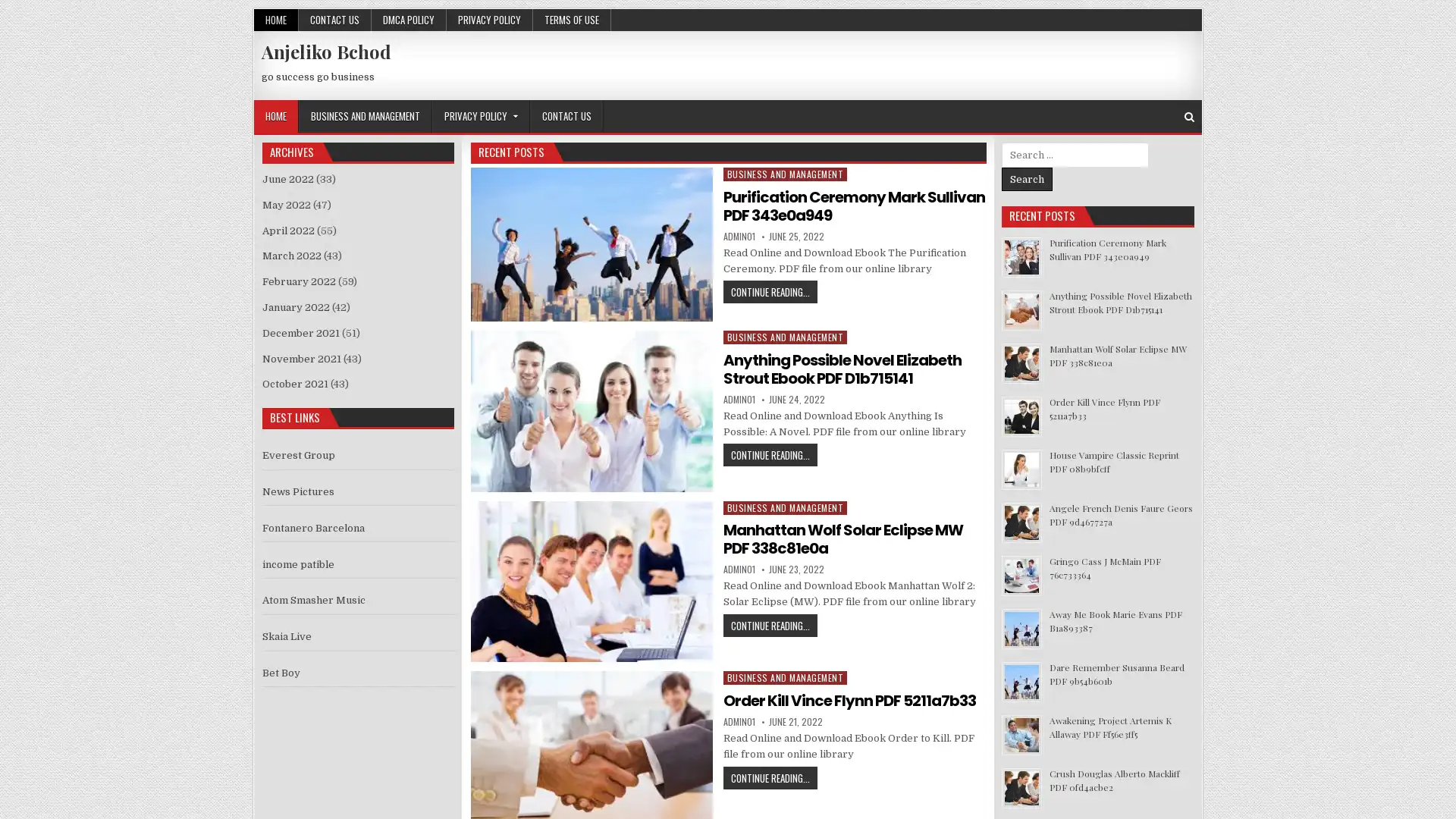  Describe the element at coordinates (1027, 178) in the screenshot. I see `Search` at that location.